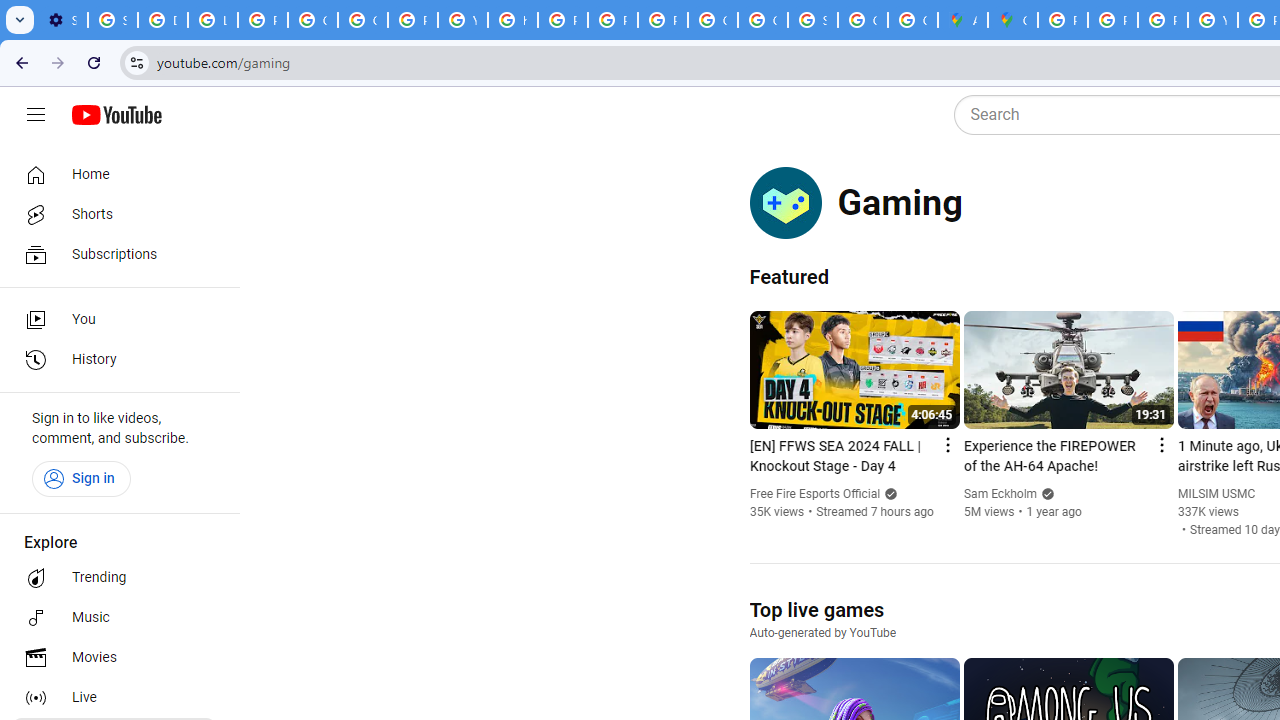 The image size is (1280, 720). Describe the element at coordinates (112, 360) in the screenshot. I see `'History'` at that location.